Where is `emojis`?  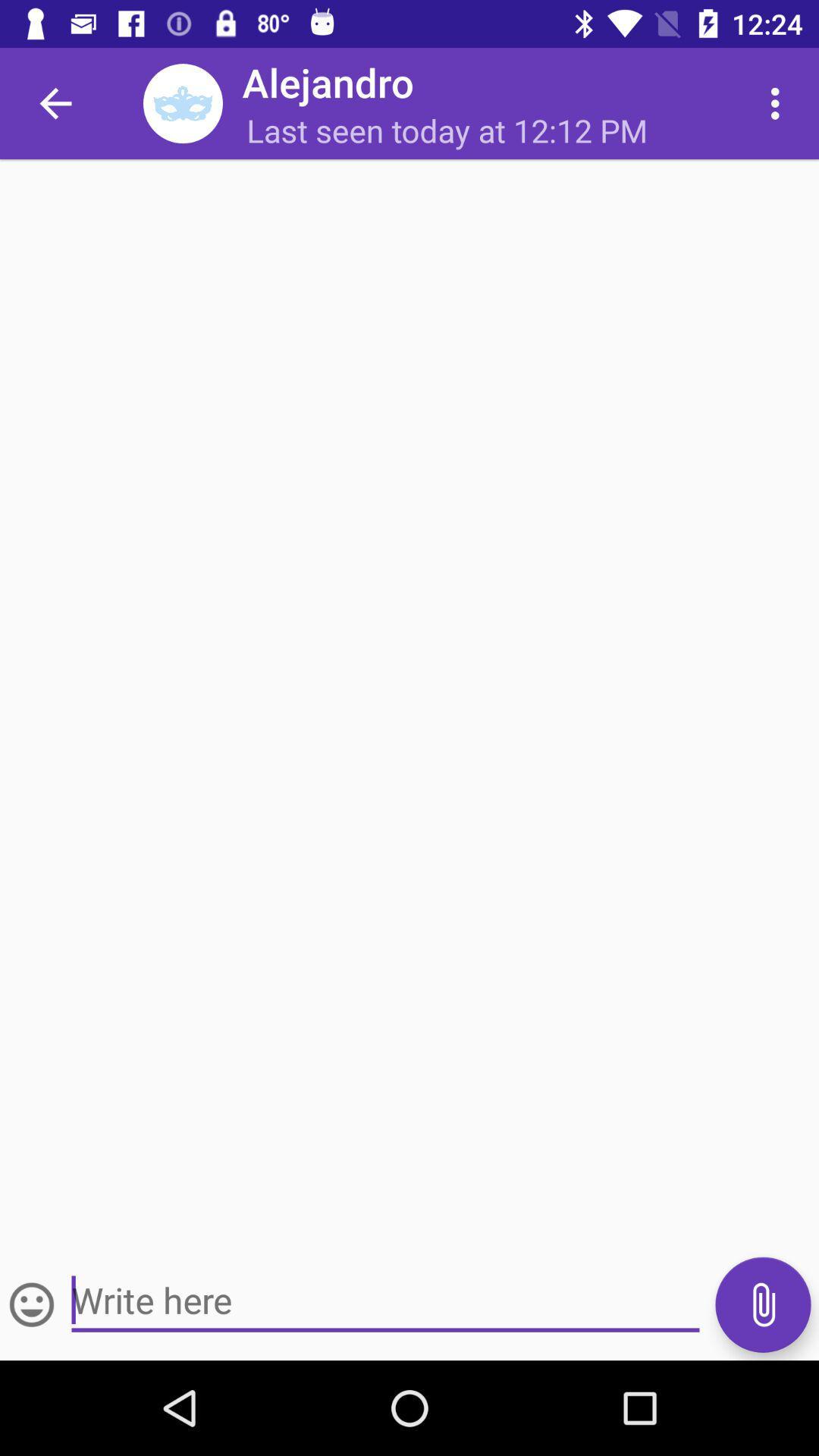
emojis is located at coordinates (32, 1304).